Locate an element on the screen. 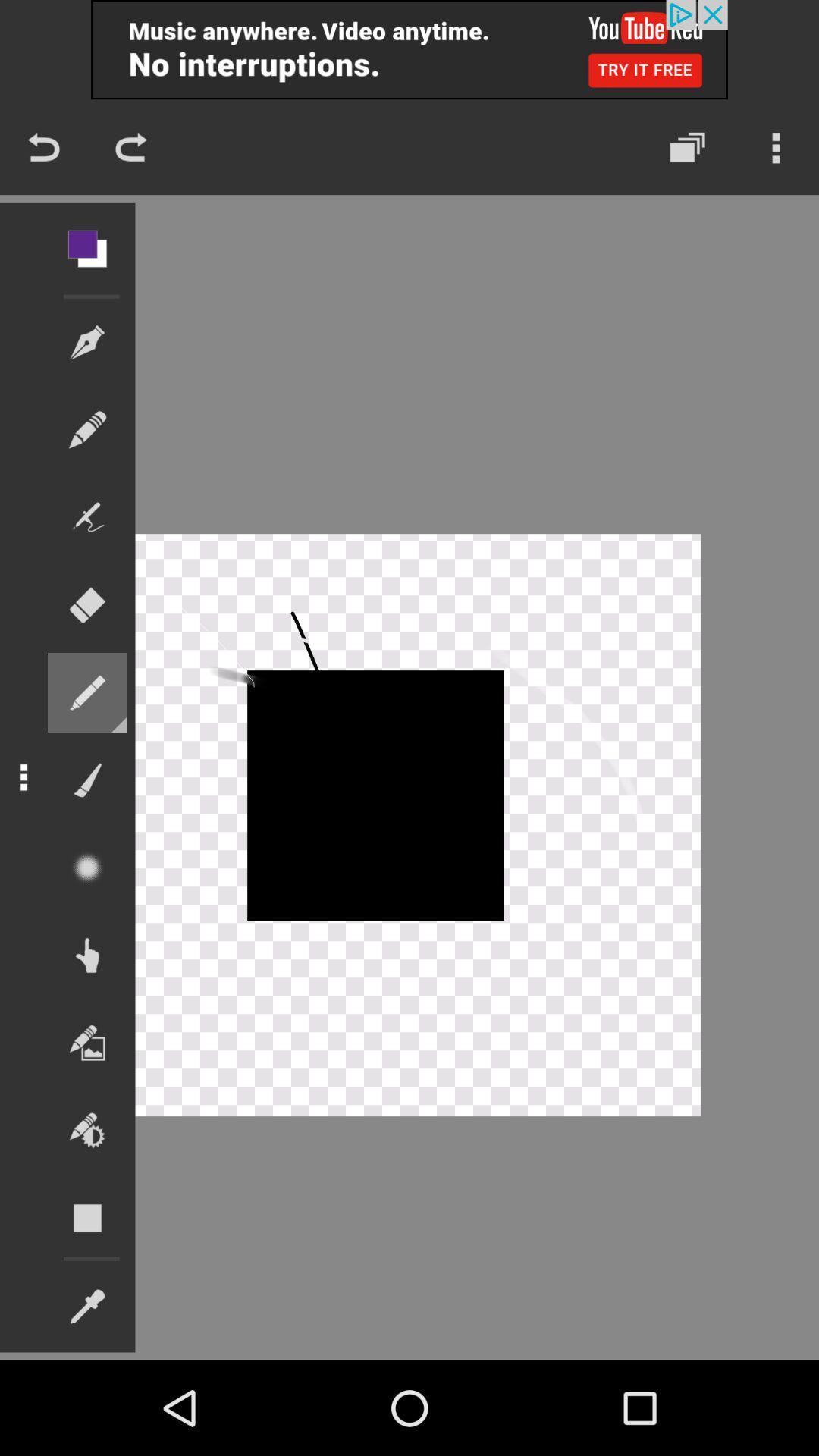 This screenshot has width=819, height=1456. the more icon is located at coordinates (775, 147).